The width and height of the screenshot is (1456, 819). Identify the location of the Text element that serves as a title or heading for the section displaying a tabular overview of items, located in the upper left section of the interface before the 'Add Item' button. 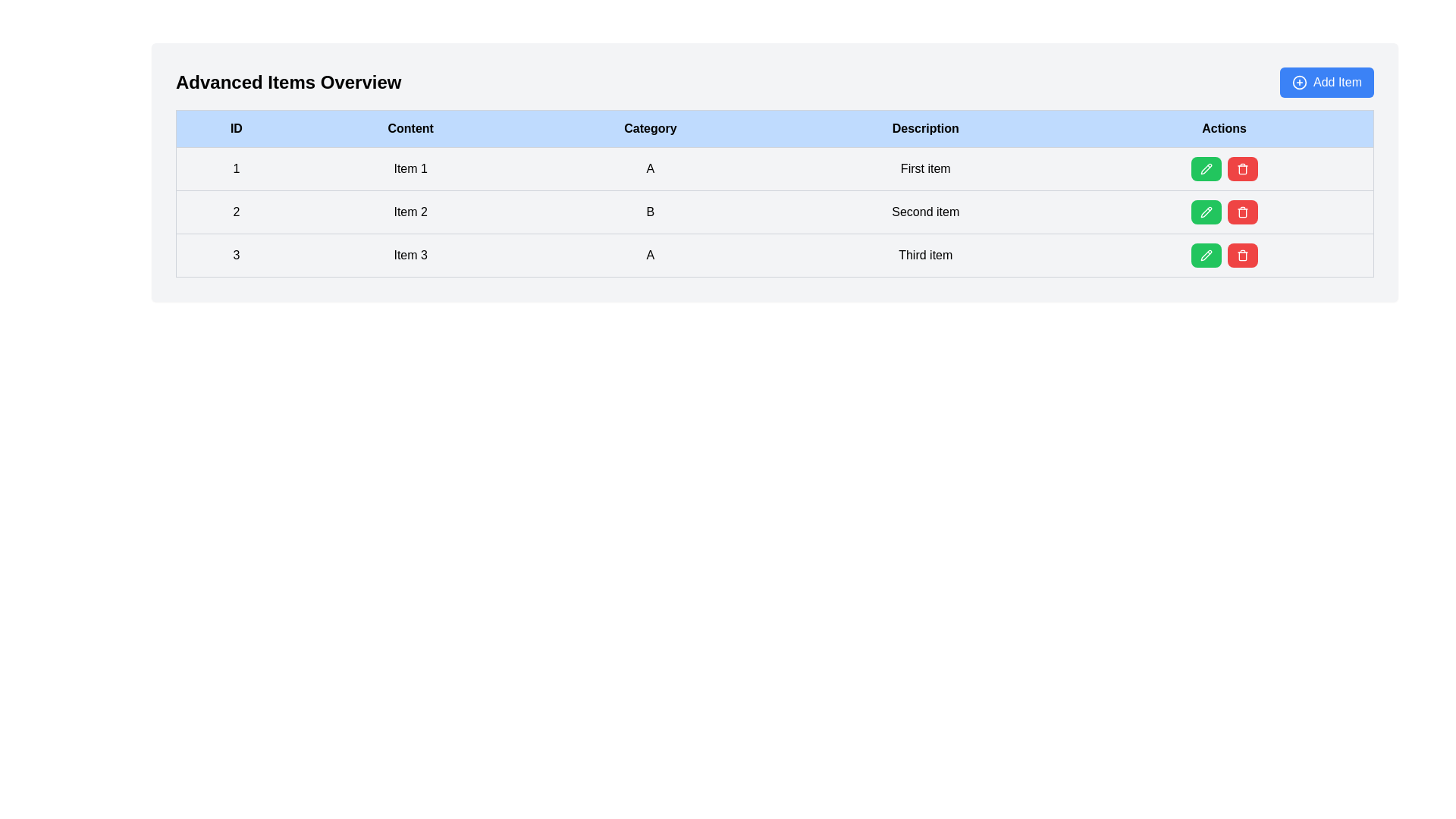
(288, 82).